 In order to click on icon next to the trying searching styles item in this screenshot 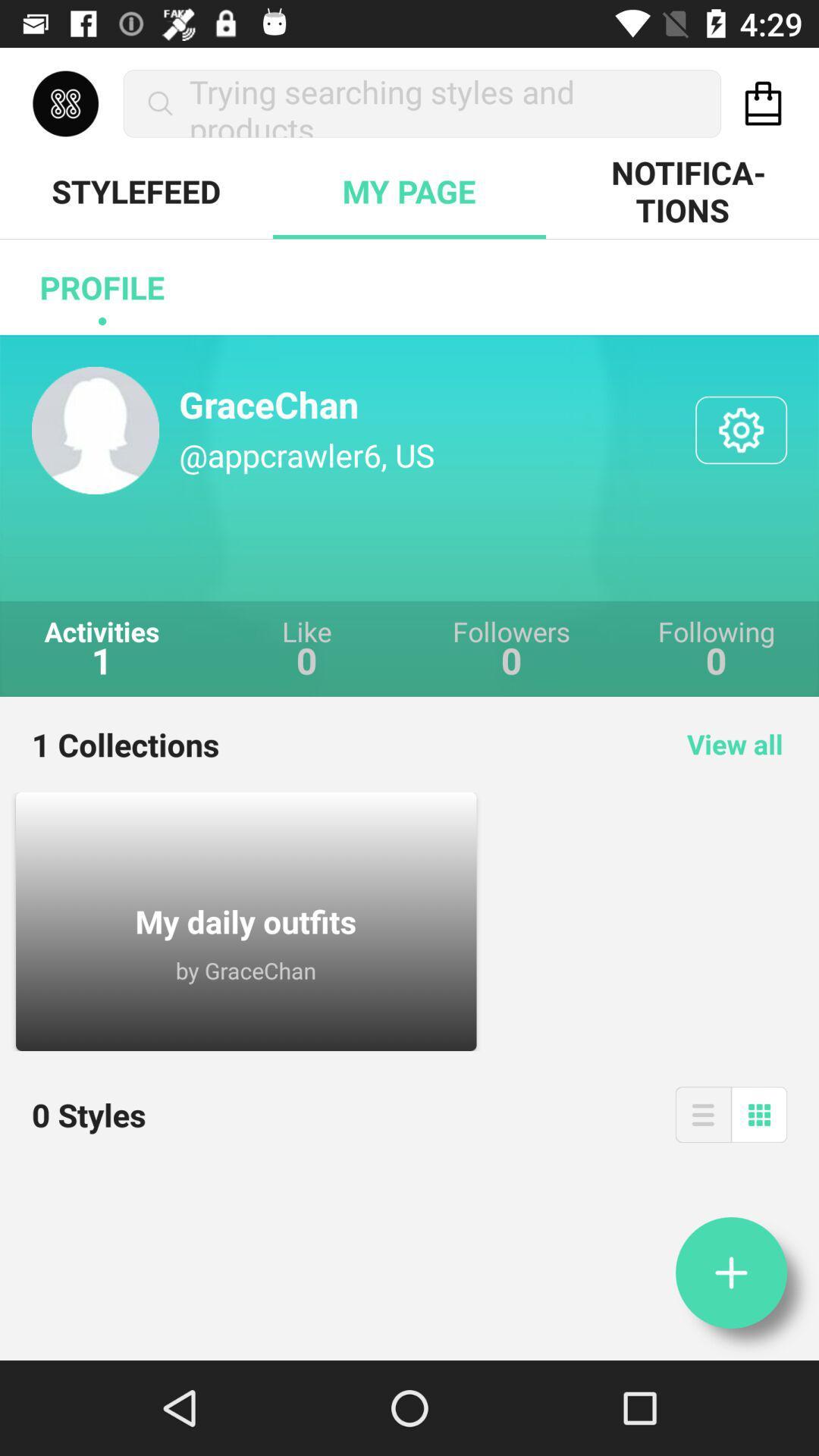, I will do `click(763, 102)`.